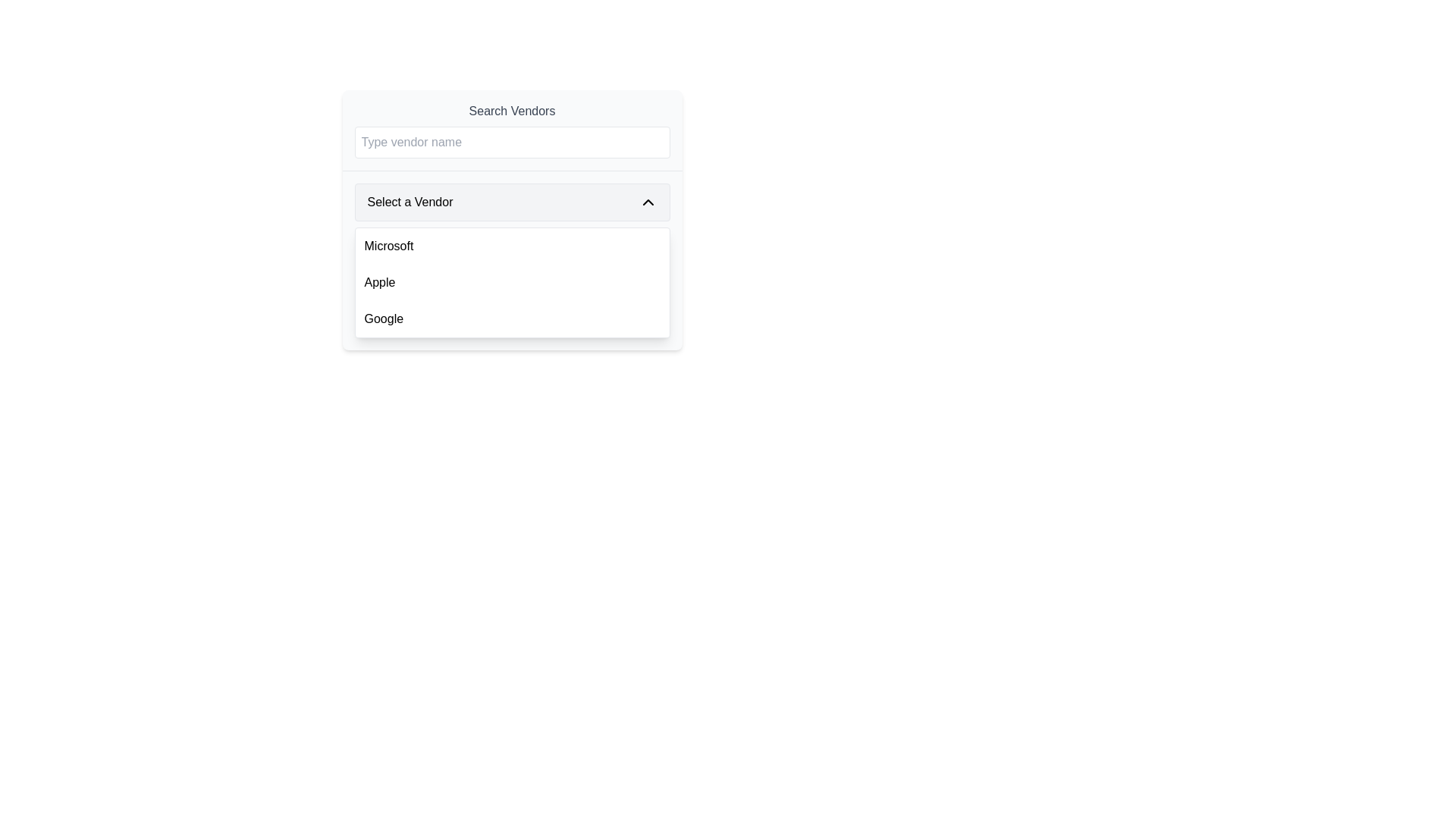 This screenshot has width=1456, height=819. What do you see at coordinates (379, 283) in the screenshot?
I see `the 'Apple' text label in the dropdown menu` at bounding box center [379, 283].